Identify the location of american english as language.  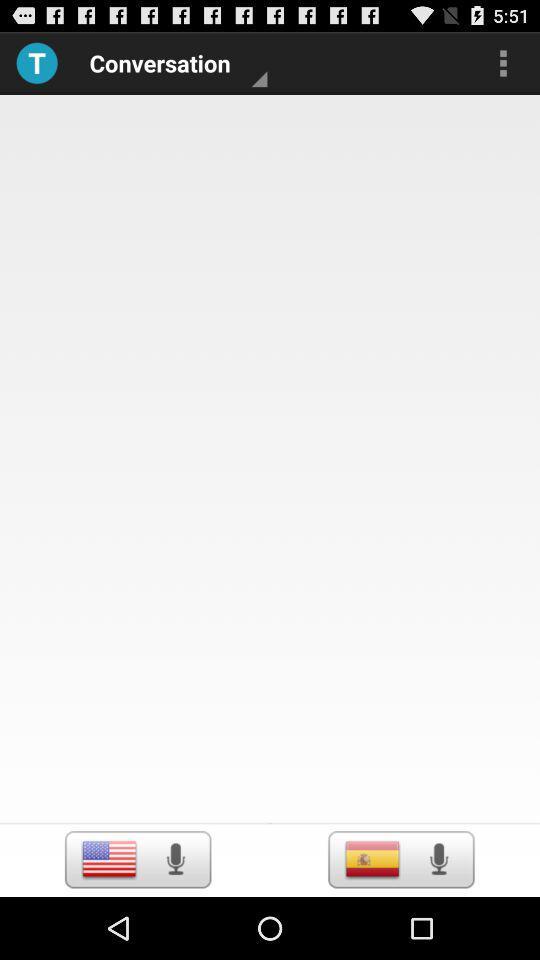
(109, 858).